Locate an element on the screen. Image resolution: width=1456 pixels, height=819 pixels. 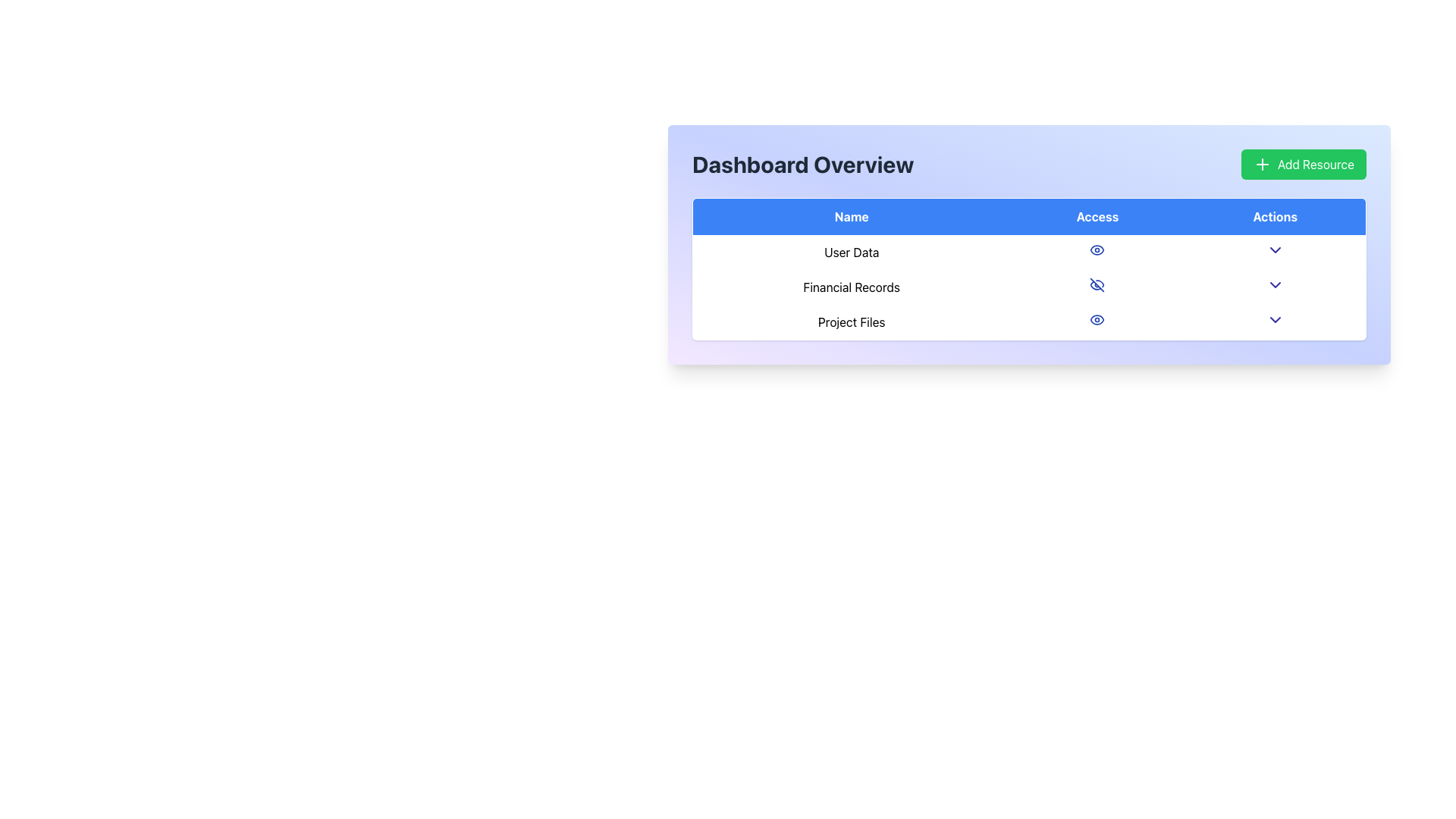
the Dropdown trigger button (Chevron icon) in the 'Actions' column of the first row is located at coordinates (1274, 249).